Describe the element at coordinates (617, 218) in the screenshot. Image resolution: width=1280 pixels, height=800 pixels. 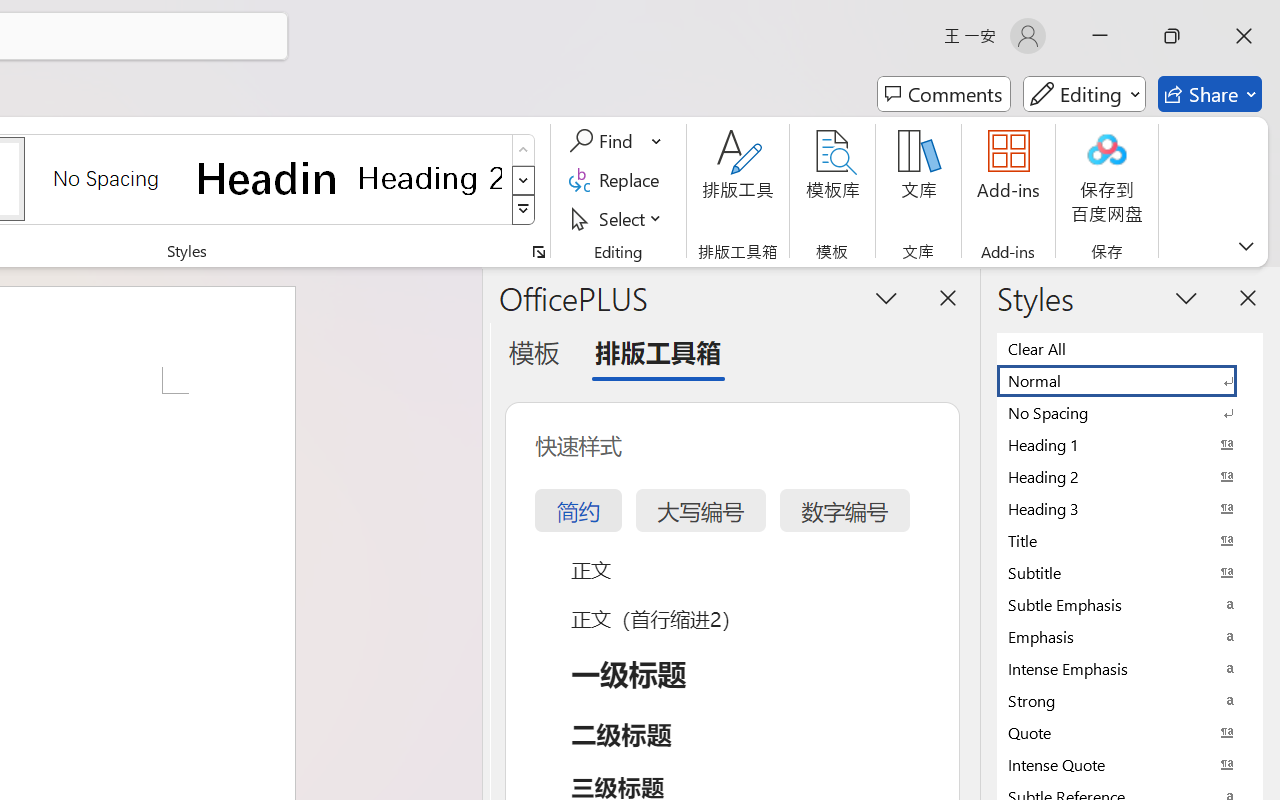
I see `'Select'` at that location.